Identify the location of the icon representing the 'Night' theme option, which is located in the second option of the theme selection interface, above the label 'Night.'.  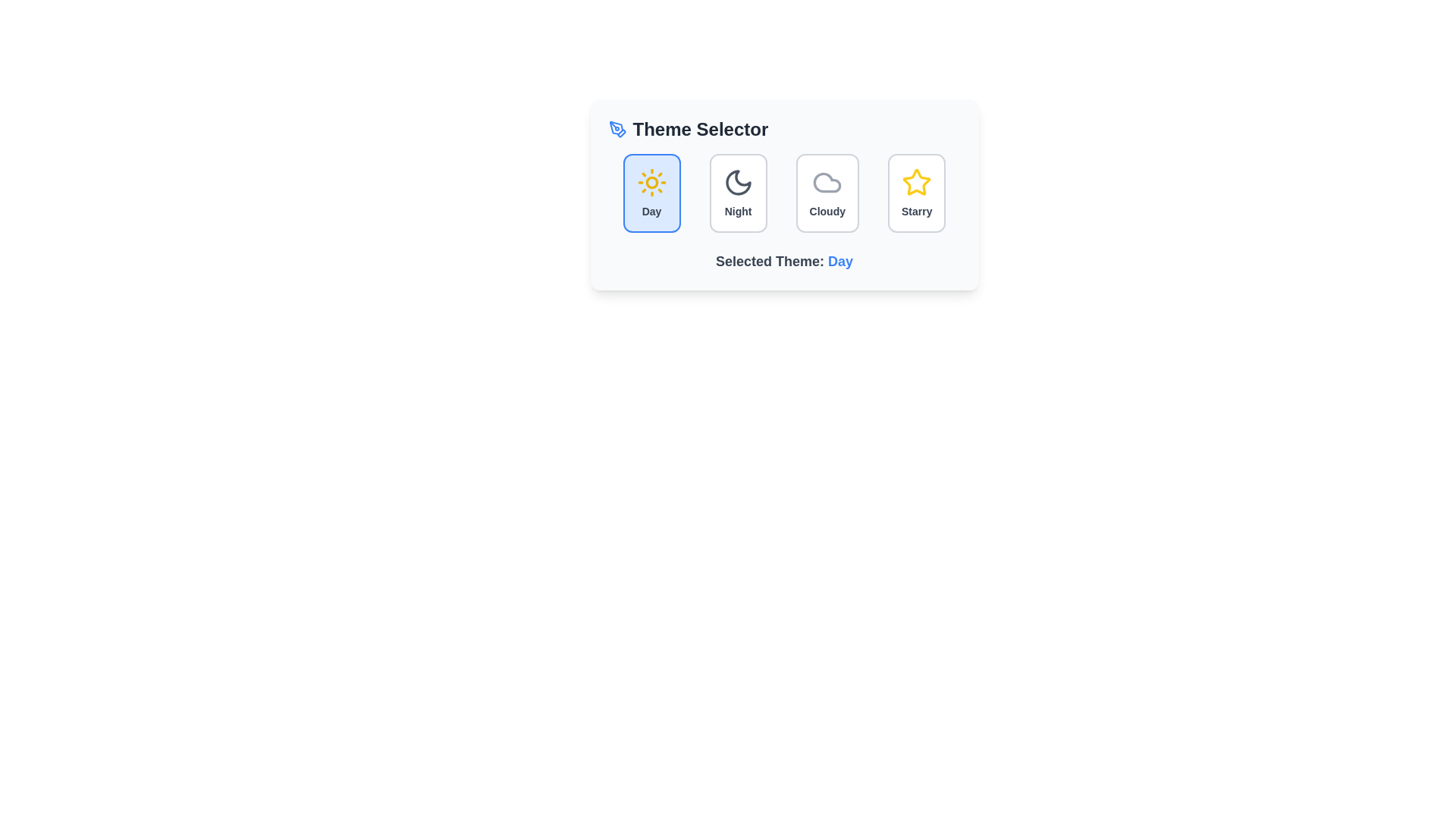
(738, 181).